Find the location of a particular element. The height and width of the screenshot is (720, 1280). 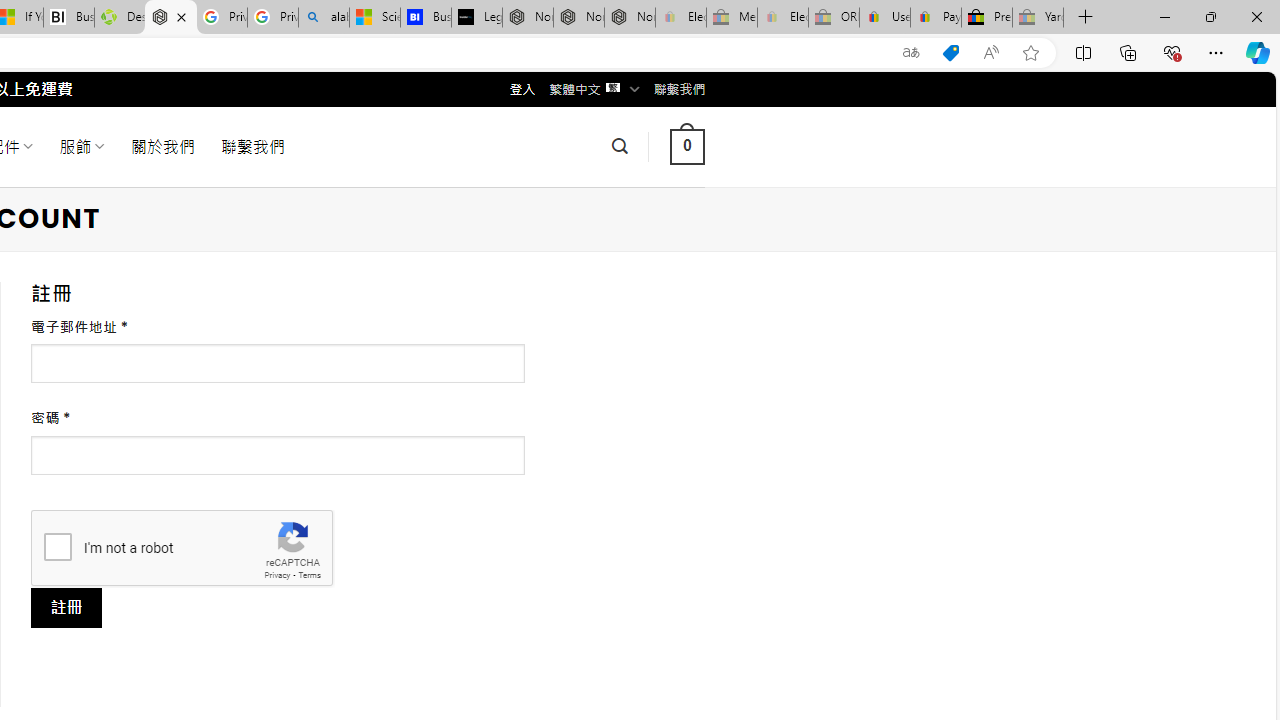

'Terms' is located at coordinates (308, 575).